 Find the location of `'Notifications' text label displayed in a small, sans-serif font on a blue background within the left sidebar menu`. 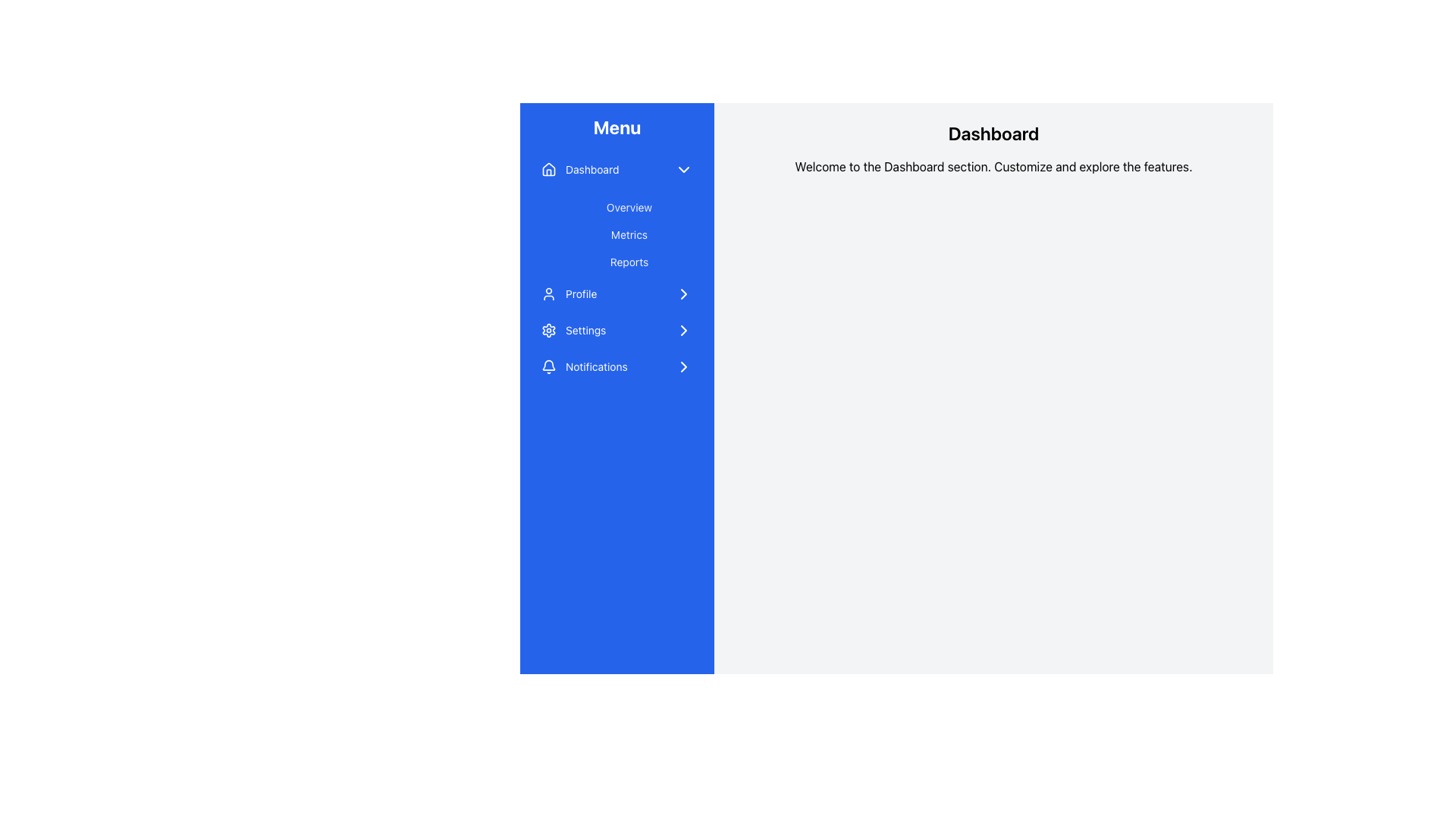

'Notifications' text label displayed in a small, sans-serif font on a blue background within the left sidebar menu is located at coordinates (595, 366).